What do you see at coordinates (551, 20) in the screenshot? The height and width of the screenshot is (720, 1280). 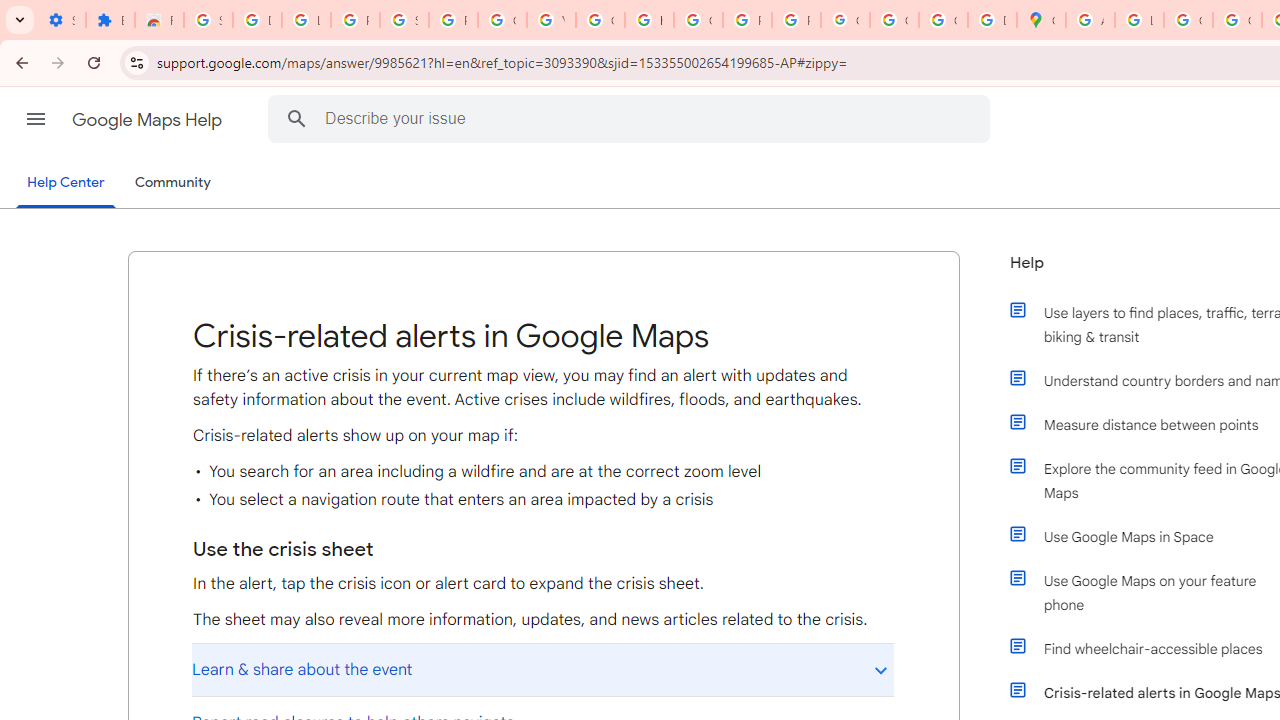 I see `'YouTube'` at bounding box center [551, 20].